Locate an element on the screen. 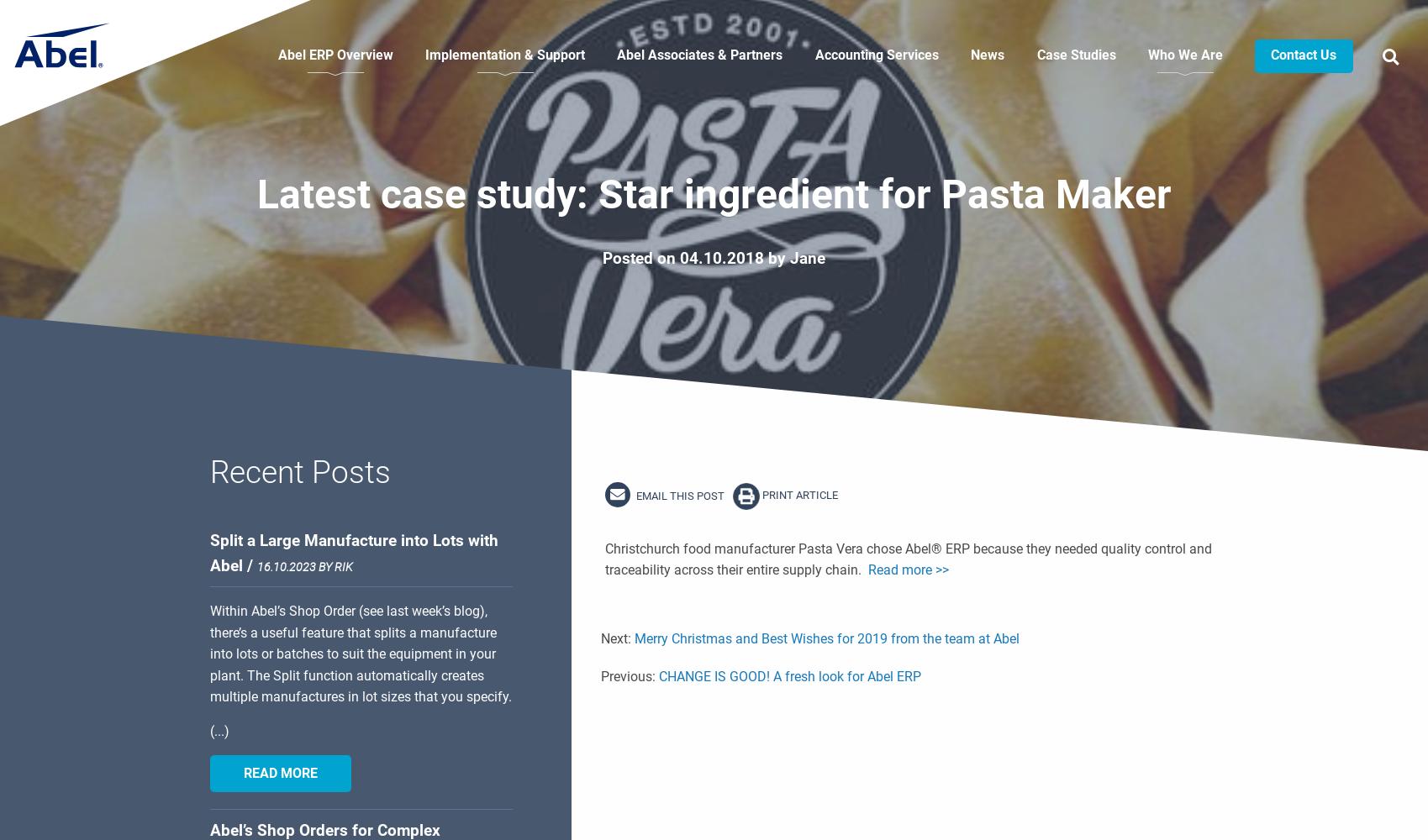 This screenshot has width=1428, height=840. 'Abel ERP Overview' is located at coordinates (335, 54).